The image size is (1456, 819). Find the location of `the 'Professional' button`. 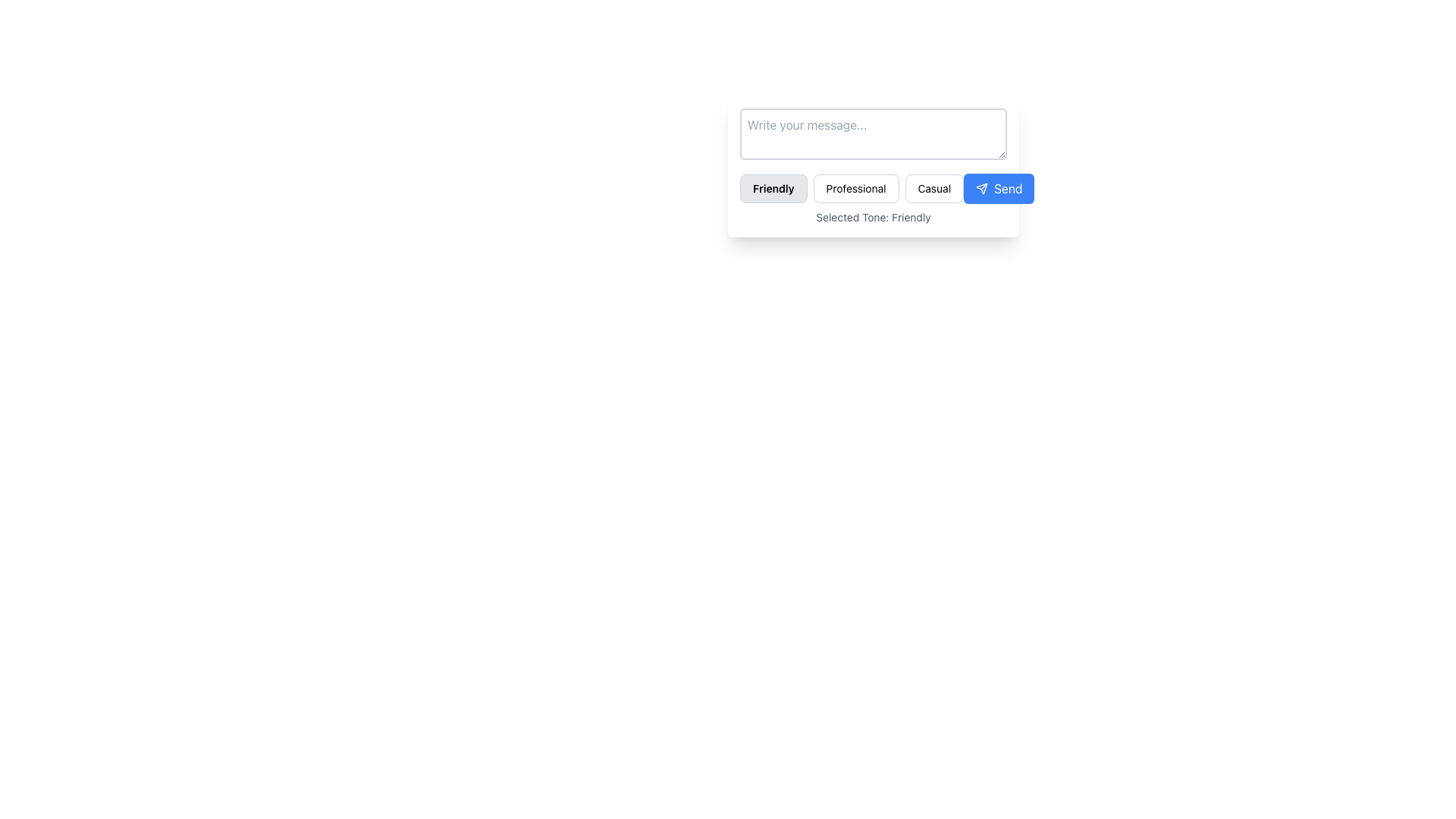

the 'Professional' button is located at coordinates (874, 188).